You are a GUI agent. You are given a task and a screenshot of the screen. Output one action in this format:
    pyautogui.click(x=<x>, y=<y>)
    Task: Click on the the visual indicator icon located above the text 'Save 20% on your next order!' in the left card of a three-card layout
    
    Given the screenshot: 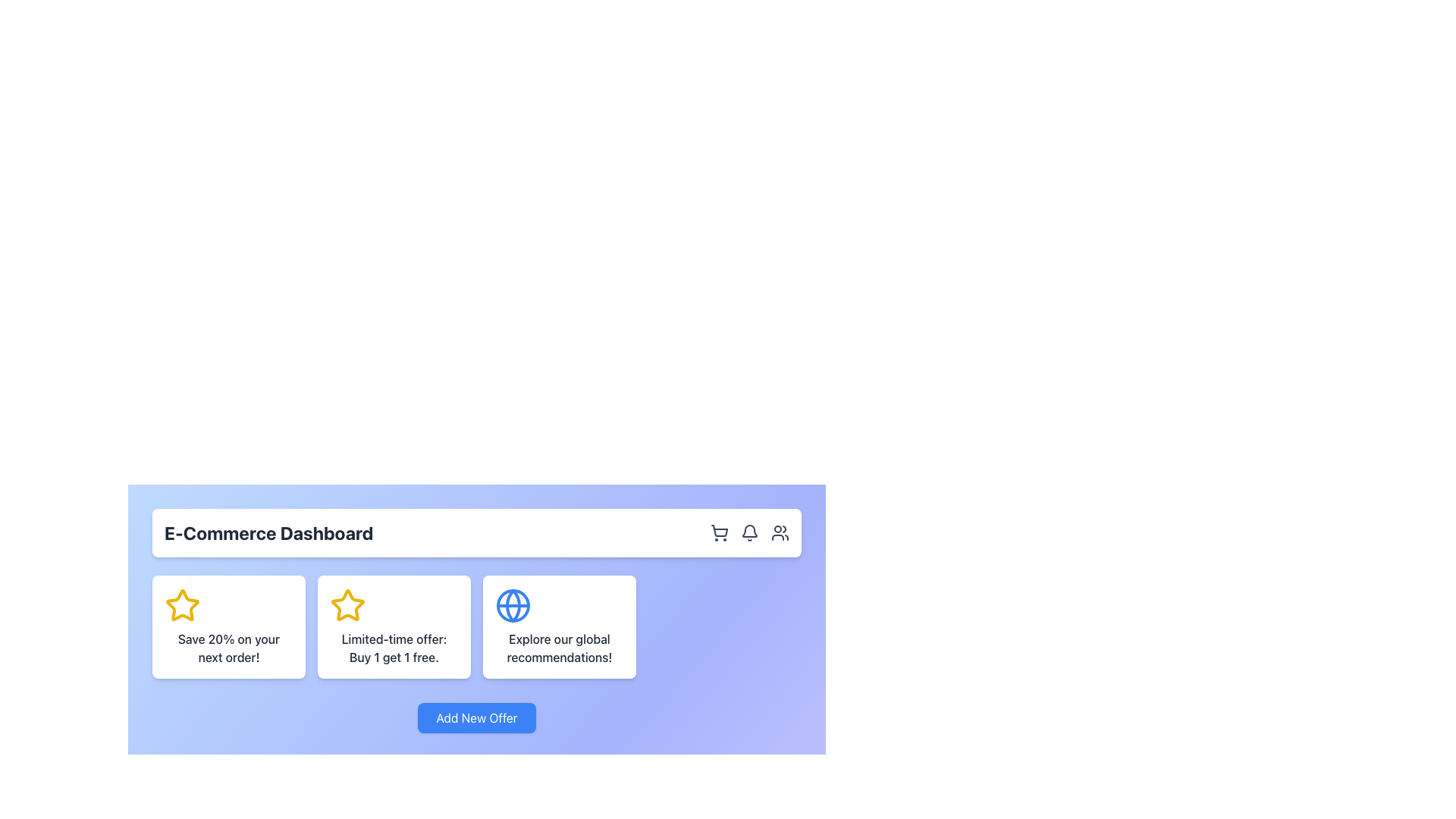 What is the action you would take?
    pyautogui.click(x=182, y=604)
    